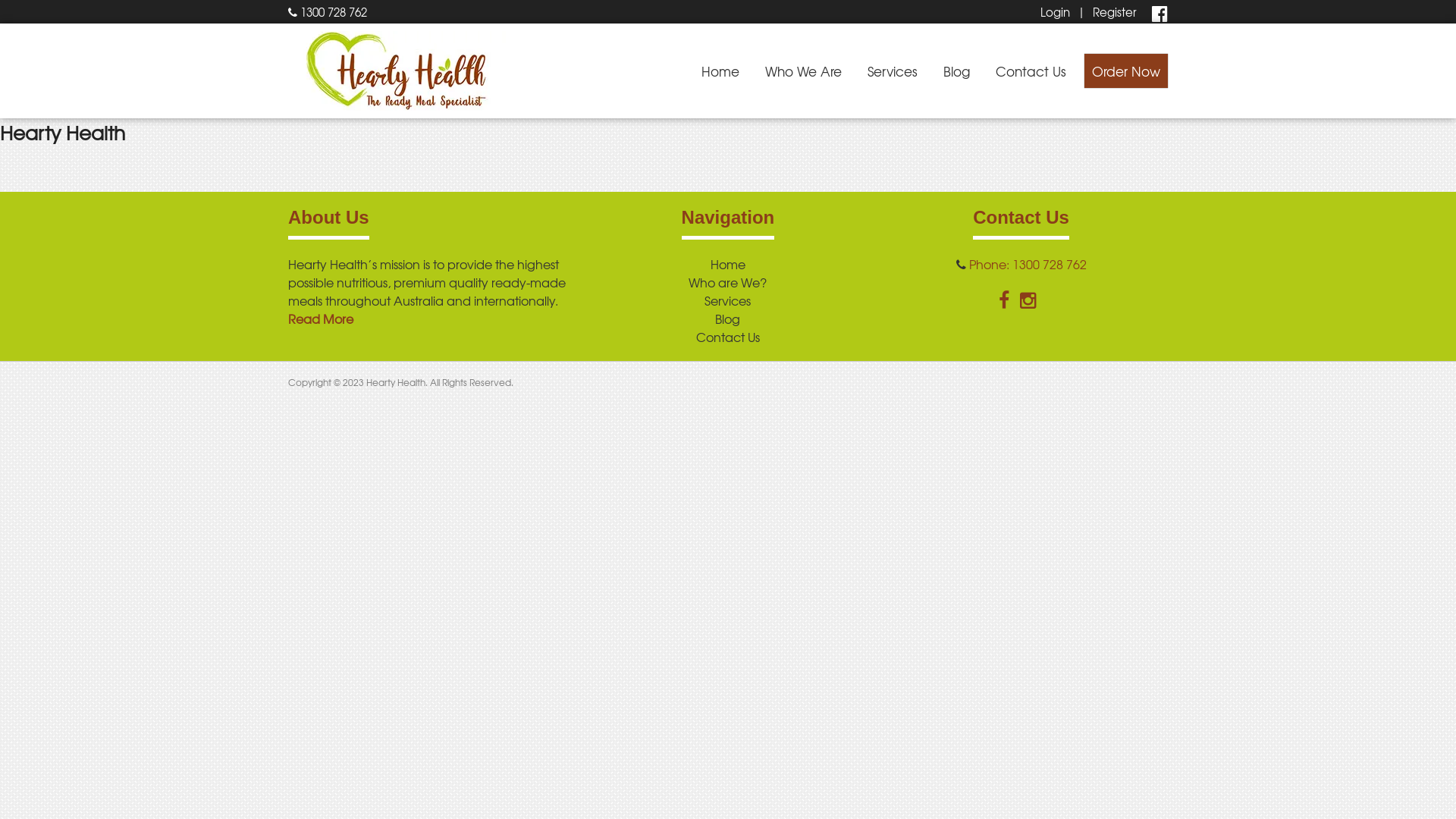 This screenshot has height=819, width=1456. I want to click on 'Register', so click(1114, 11).